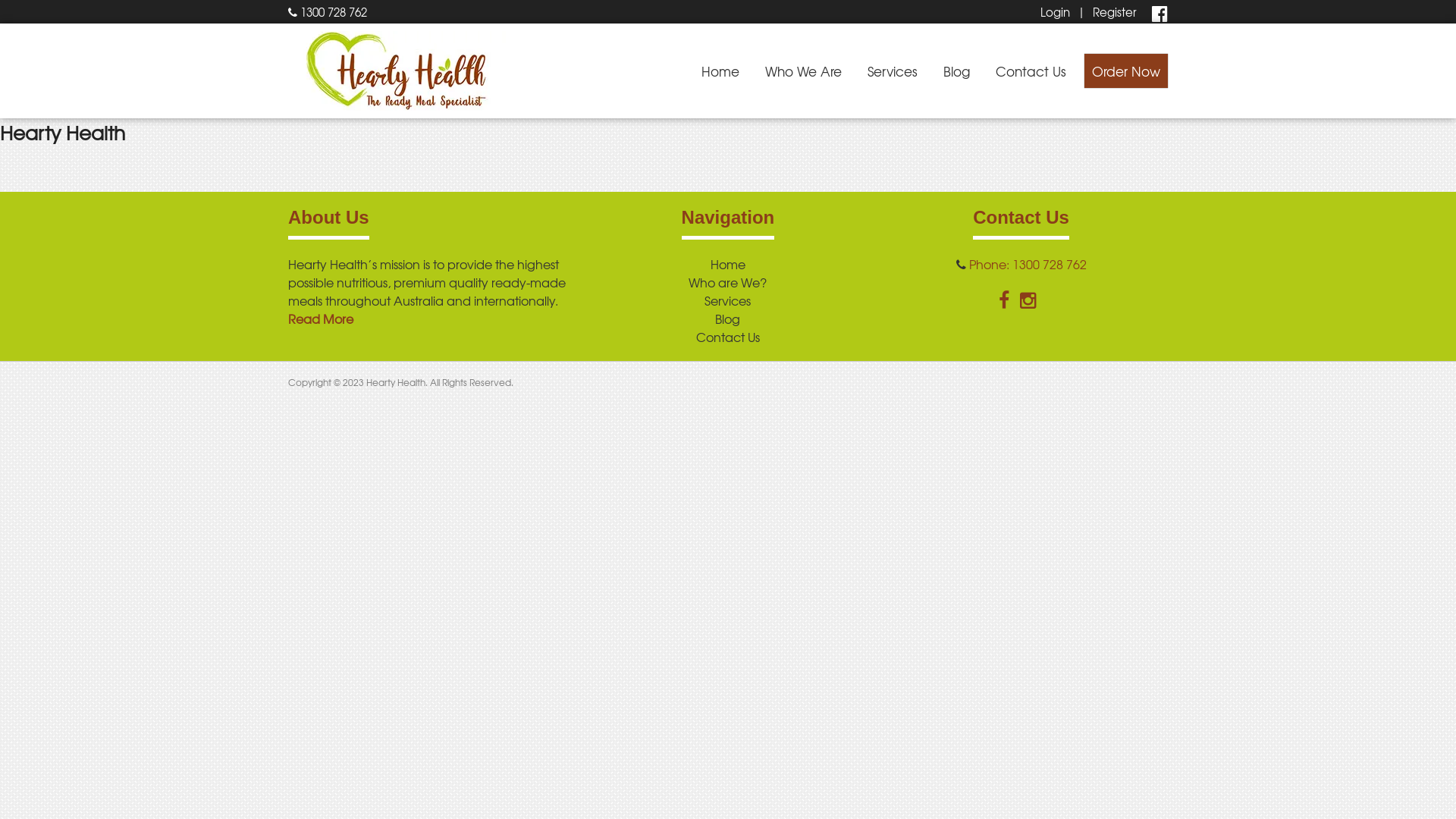 This screenshot has height=819, width=1456. I want to click on 'Register', so click(1114, 11).